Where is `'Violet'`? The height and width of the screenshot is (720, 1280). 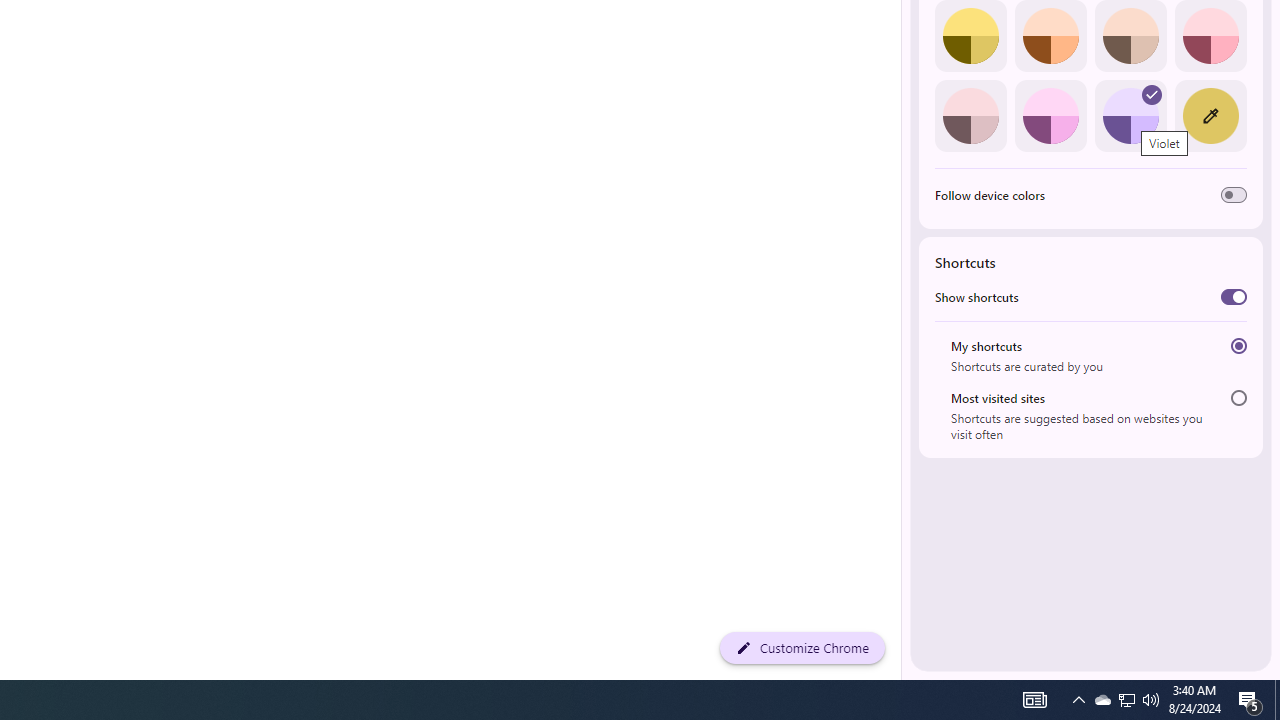 'Violet' is located at coordinates (1130, 115).